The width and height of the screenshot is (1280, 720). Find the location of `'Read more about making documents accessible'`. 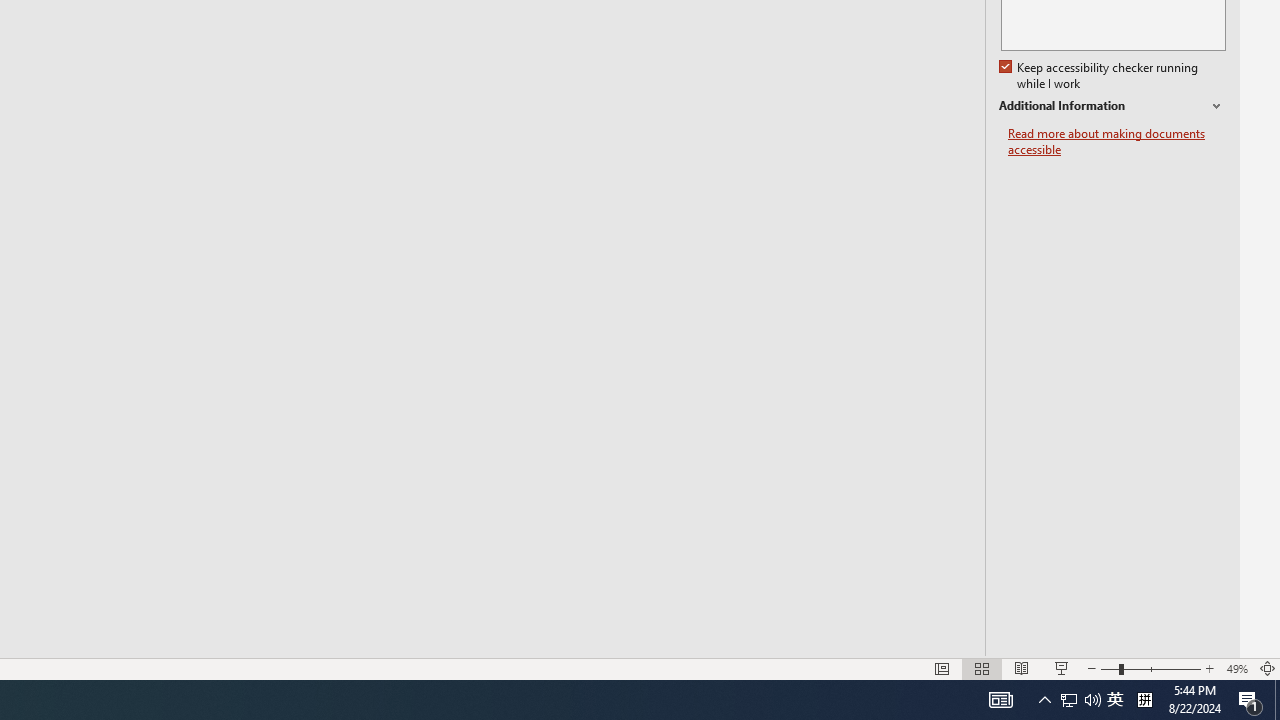

'Read more about making documents accessible' is located at coordinates (1116, 141).